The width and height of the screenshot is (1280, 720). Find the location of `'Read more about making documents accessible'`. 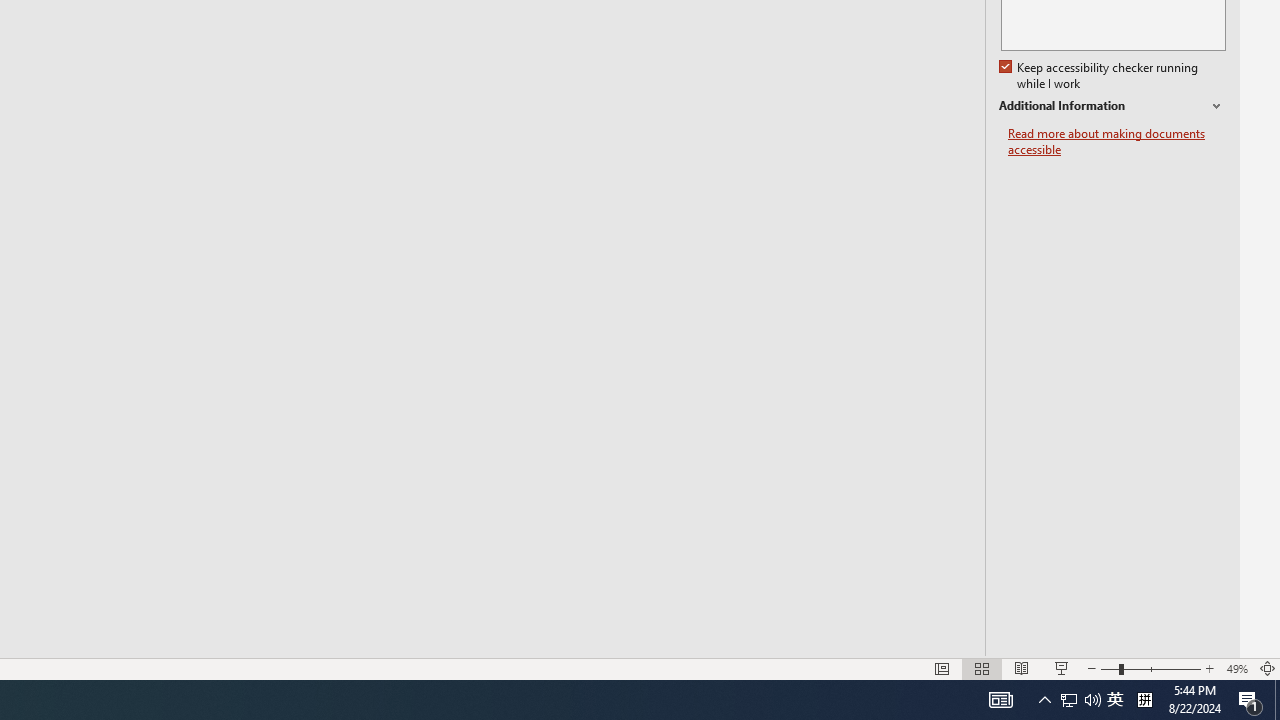

'Read more about making documents accessible' is located at coordinates (1116, 141).